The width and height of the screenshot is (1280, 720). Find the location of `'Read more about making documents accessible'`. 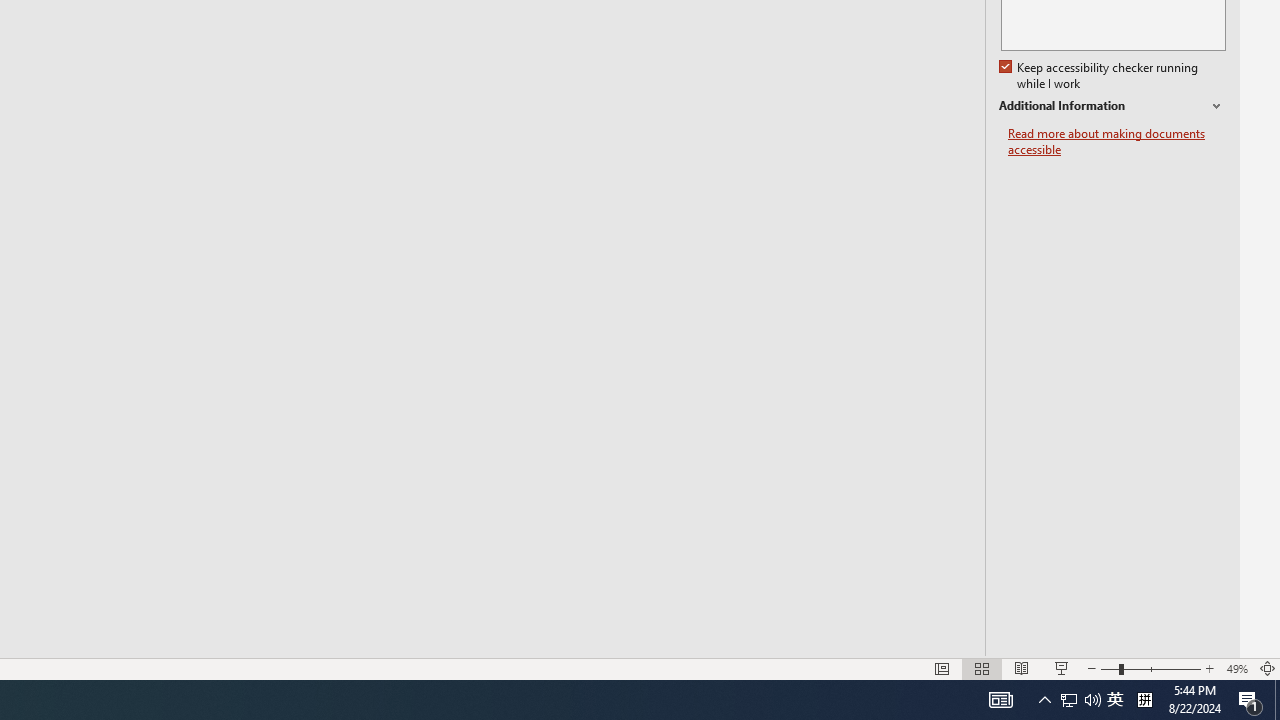

'Read more about making documents accessible' is located at coordinates (1116, 141).